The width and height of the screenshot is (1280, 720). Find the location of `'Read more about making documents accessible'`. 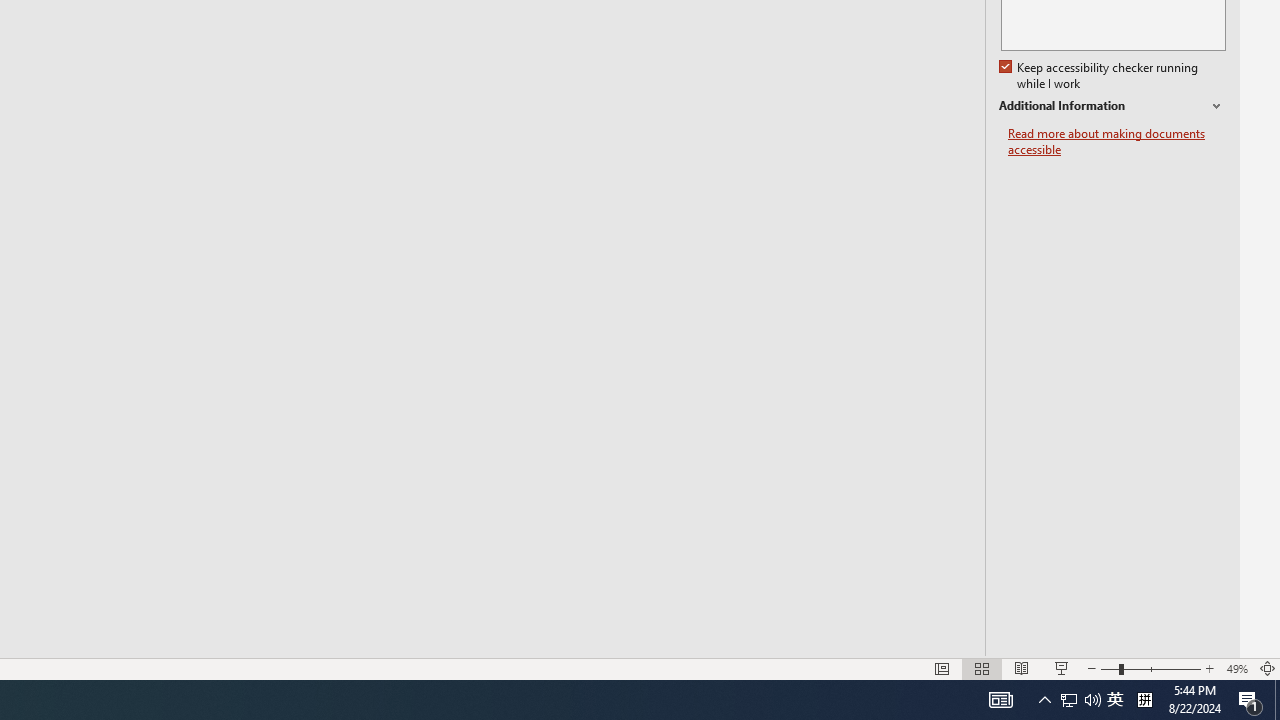

'Read more about making documents accessible' is located at coordinates (1116, 141).